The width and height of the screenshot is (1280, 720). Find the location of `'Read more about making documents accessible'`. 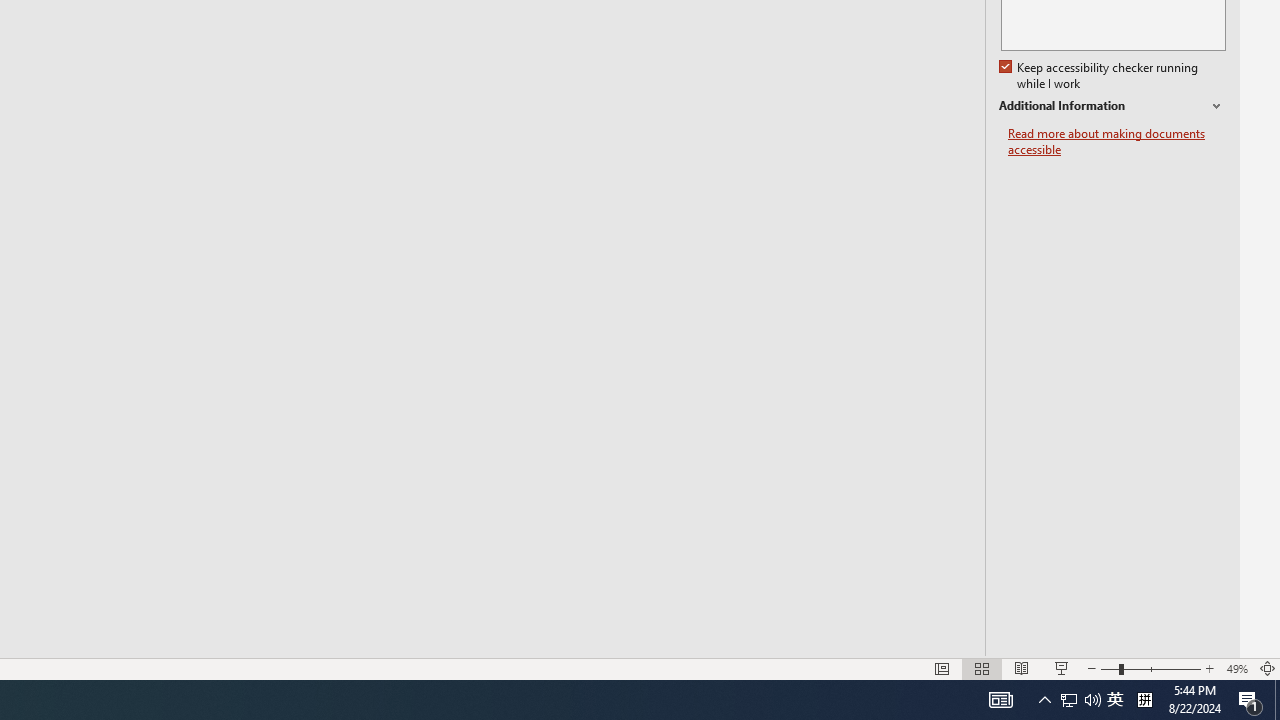

'Read more about making documents accessible' is located at coordinates (1116, 141).